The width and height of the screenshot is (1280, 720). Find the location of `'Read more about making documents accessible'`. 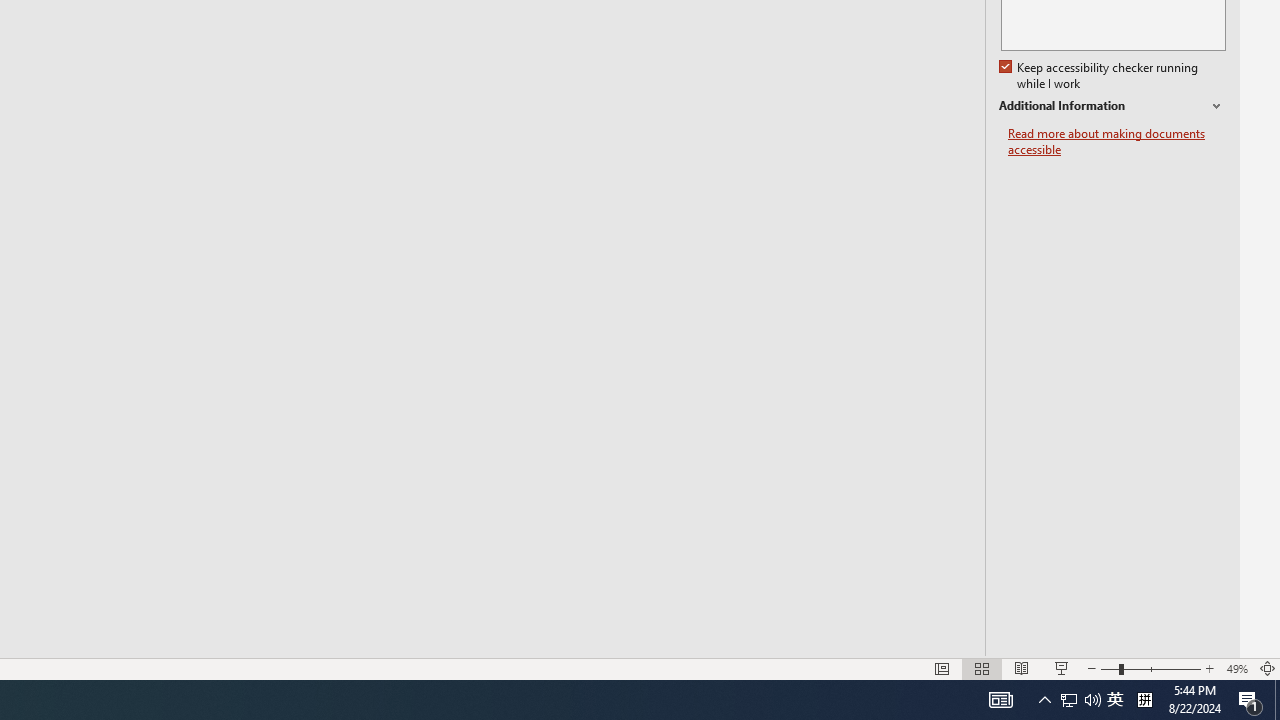

'Read more about making documents accessible' is located at coordinates (1116, 141).